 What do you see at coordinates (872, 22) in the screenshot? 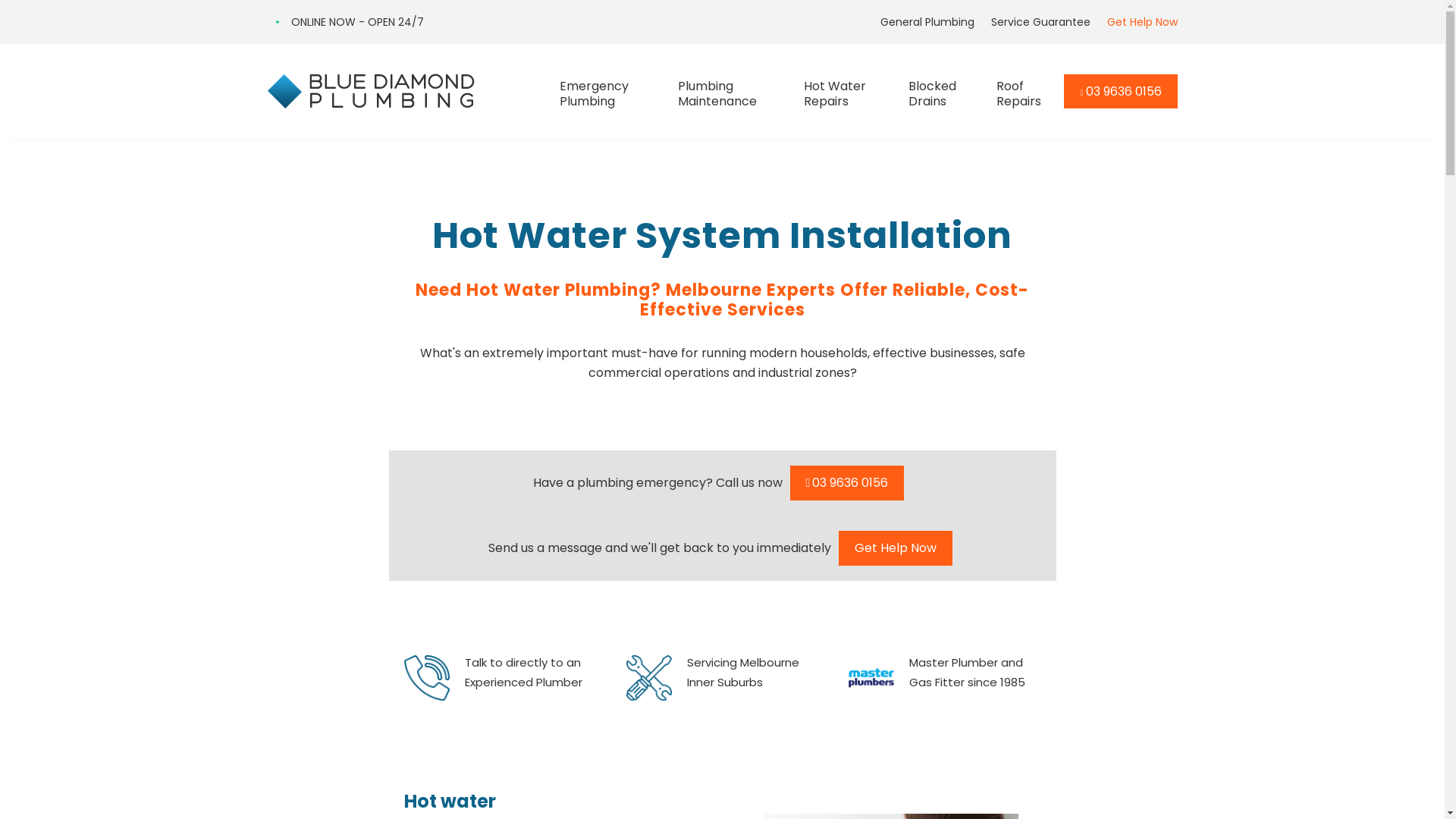
I see `'General Plumbing'` at bounding box center [872, 22].